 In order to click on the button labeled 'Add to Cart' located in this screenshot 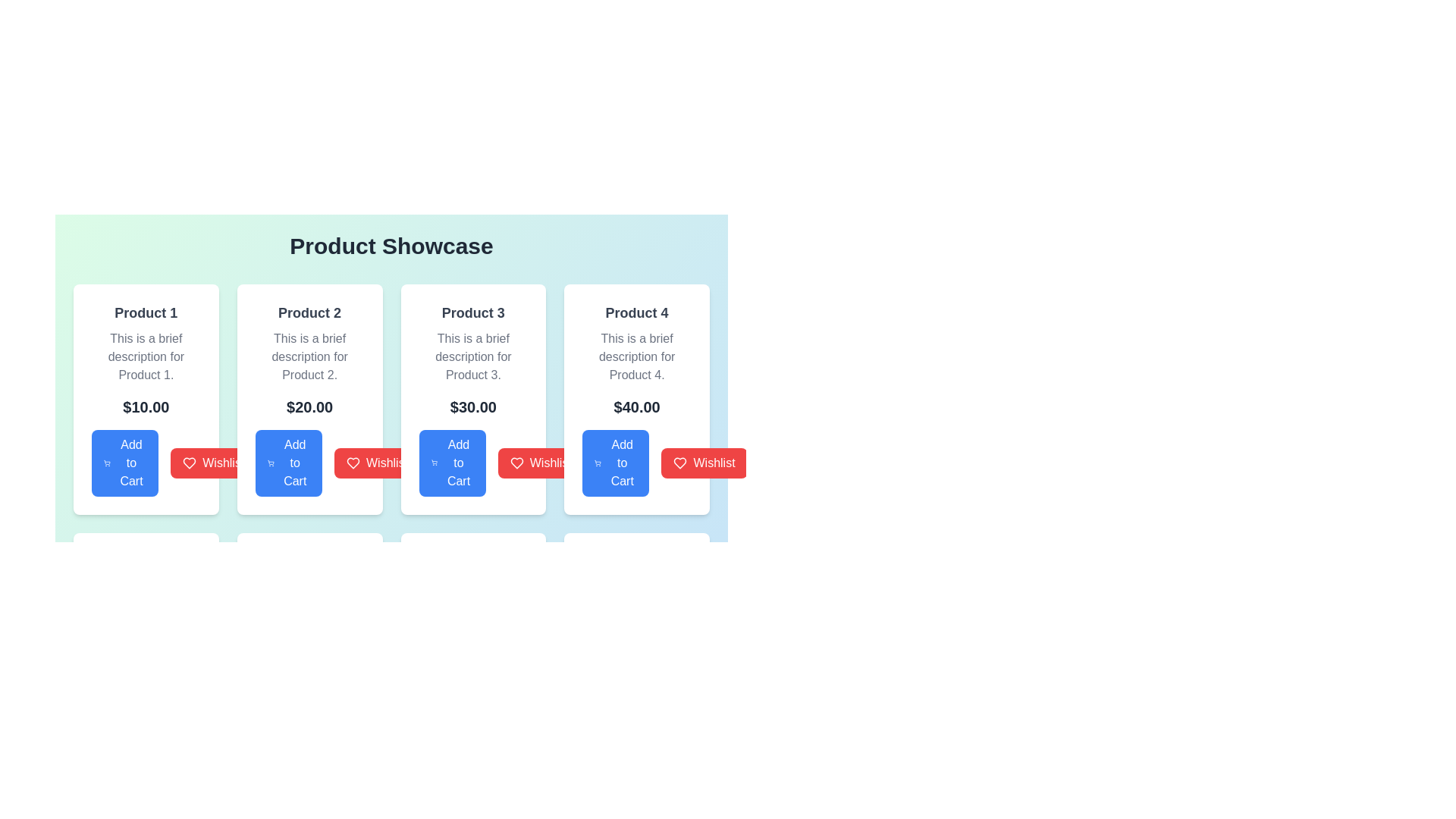, I will do `click(295, 462)`.